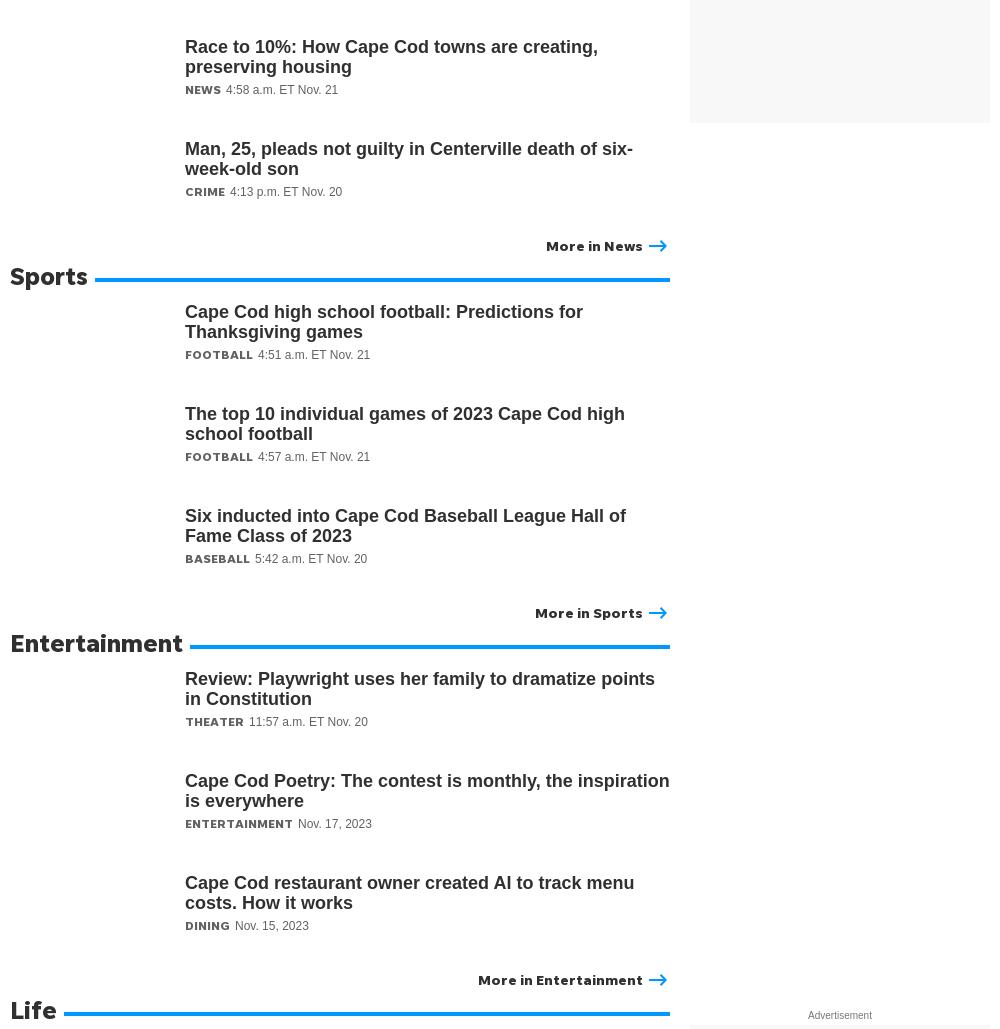 This screenshot has height=1029, width=1000. I want to click on 'More in Sports', so click(588, 612).